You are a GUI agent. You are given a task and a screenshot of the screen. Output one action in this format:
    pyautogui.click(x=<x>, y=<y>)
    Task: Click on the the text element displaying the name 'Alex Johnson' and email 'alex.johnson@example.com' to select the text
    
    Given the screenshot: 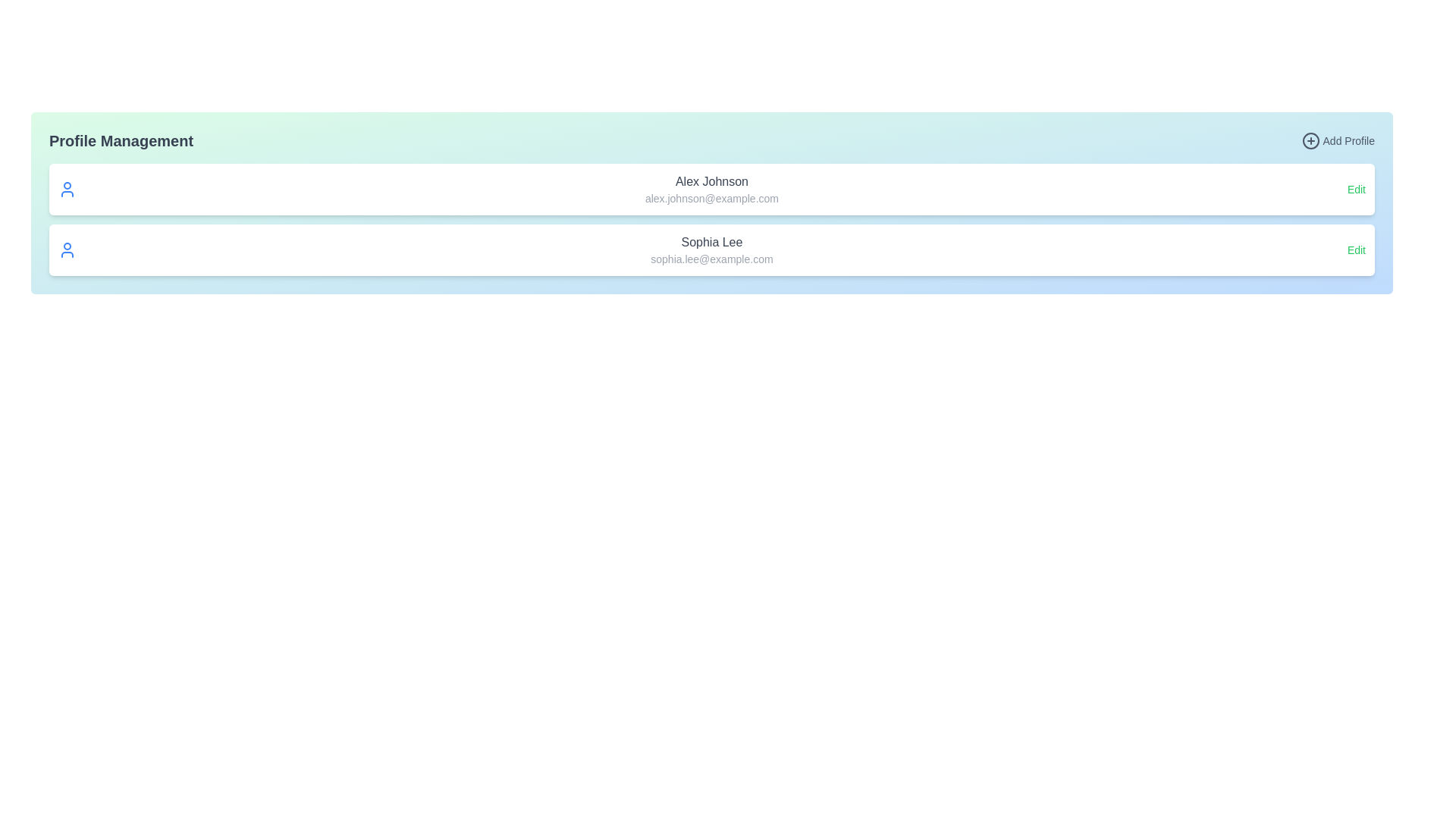 What is the action you would take?
    pyautogui.click(x=711, y=189)
    